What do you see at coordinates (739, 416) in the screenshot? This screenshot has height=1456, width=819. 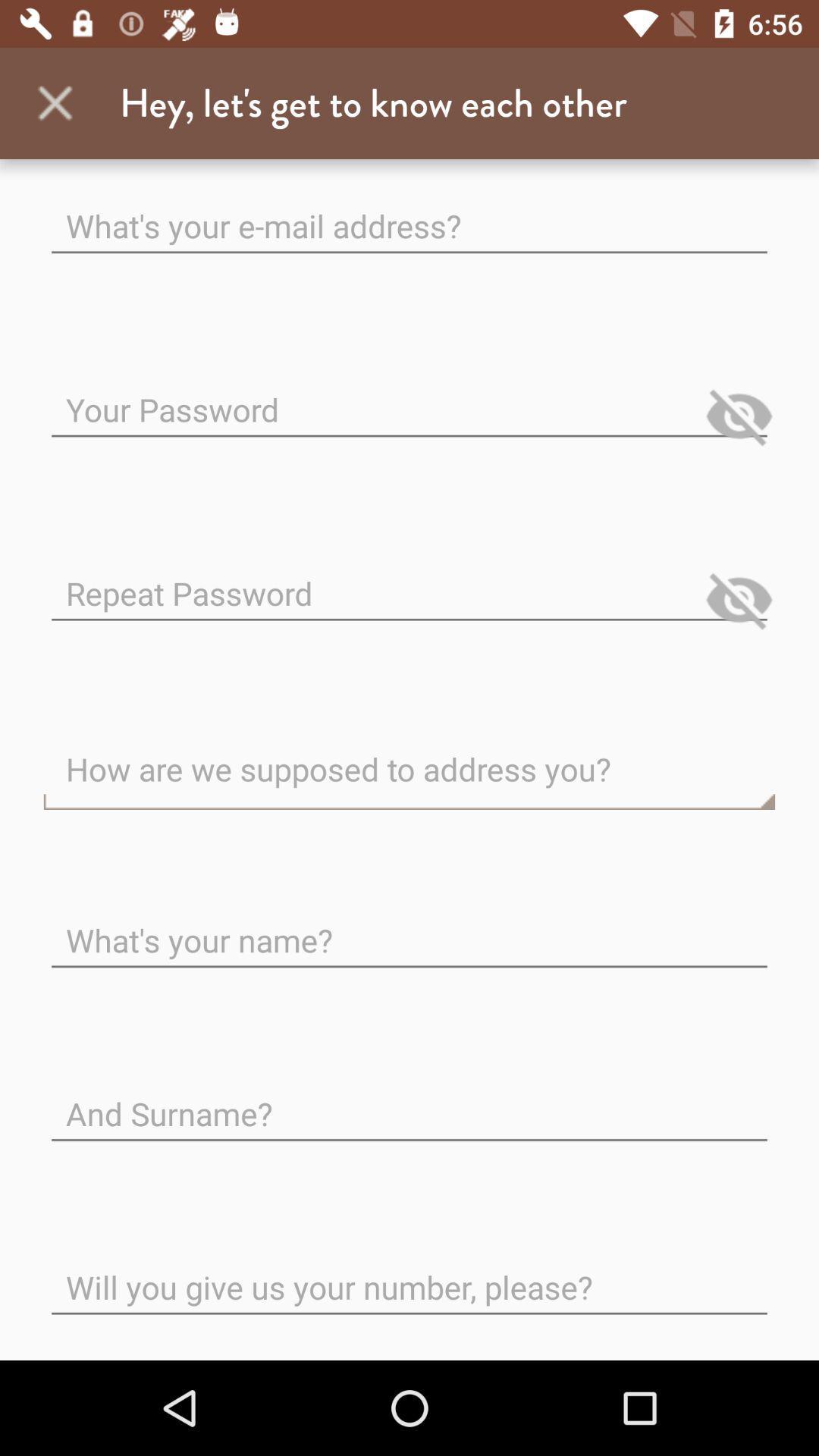 I see `click on eye icon next to your password` at bounding box center [739, 416].